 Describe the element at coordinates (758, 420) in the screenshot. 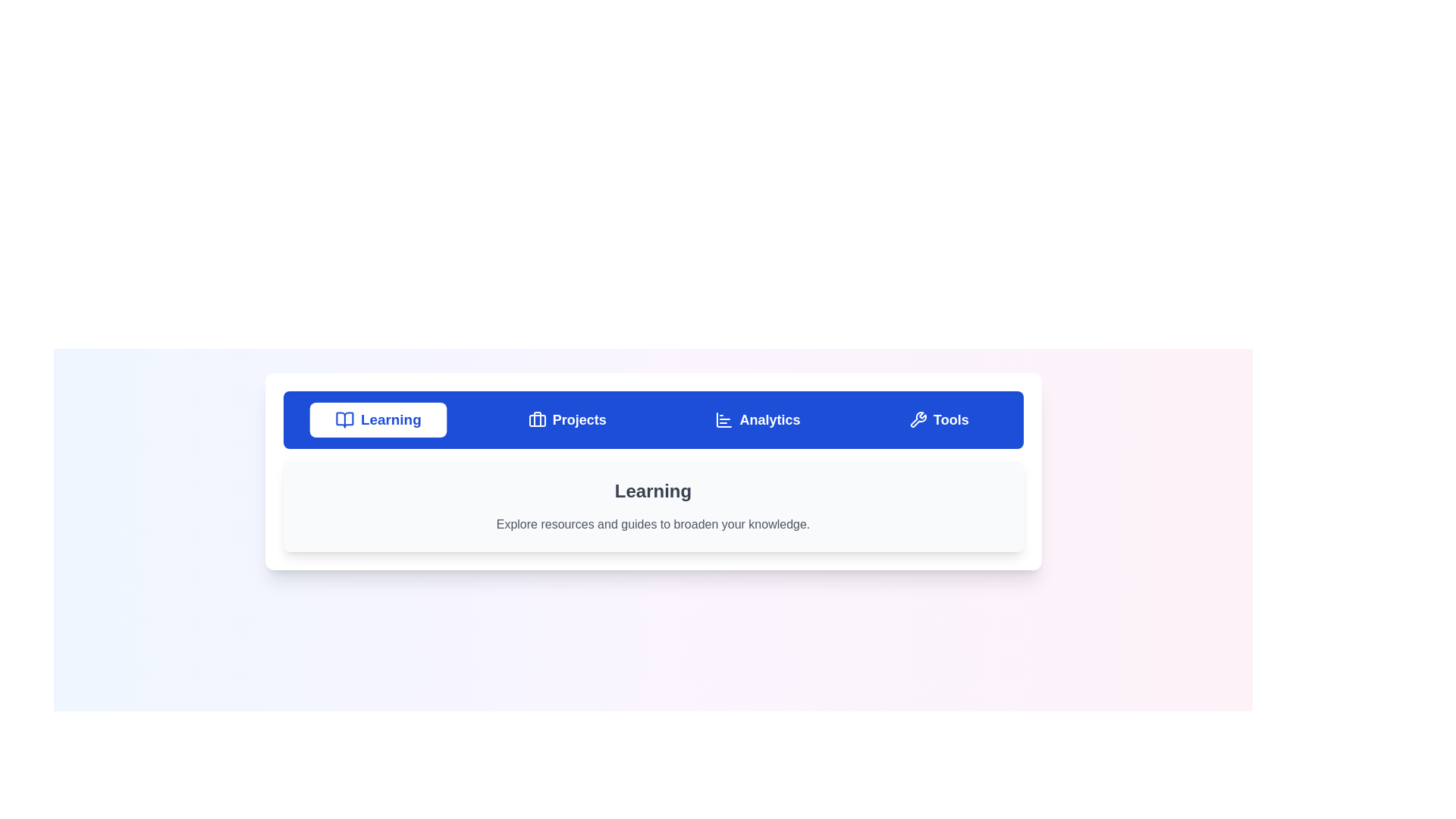

I see `the 'Analytics' button, which is the third button in the horizontal menu with a blue background and white text` at that location.